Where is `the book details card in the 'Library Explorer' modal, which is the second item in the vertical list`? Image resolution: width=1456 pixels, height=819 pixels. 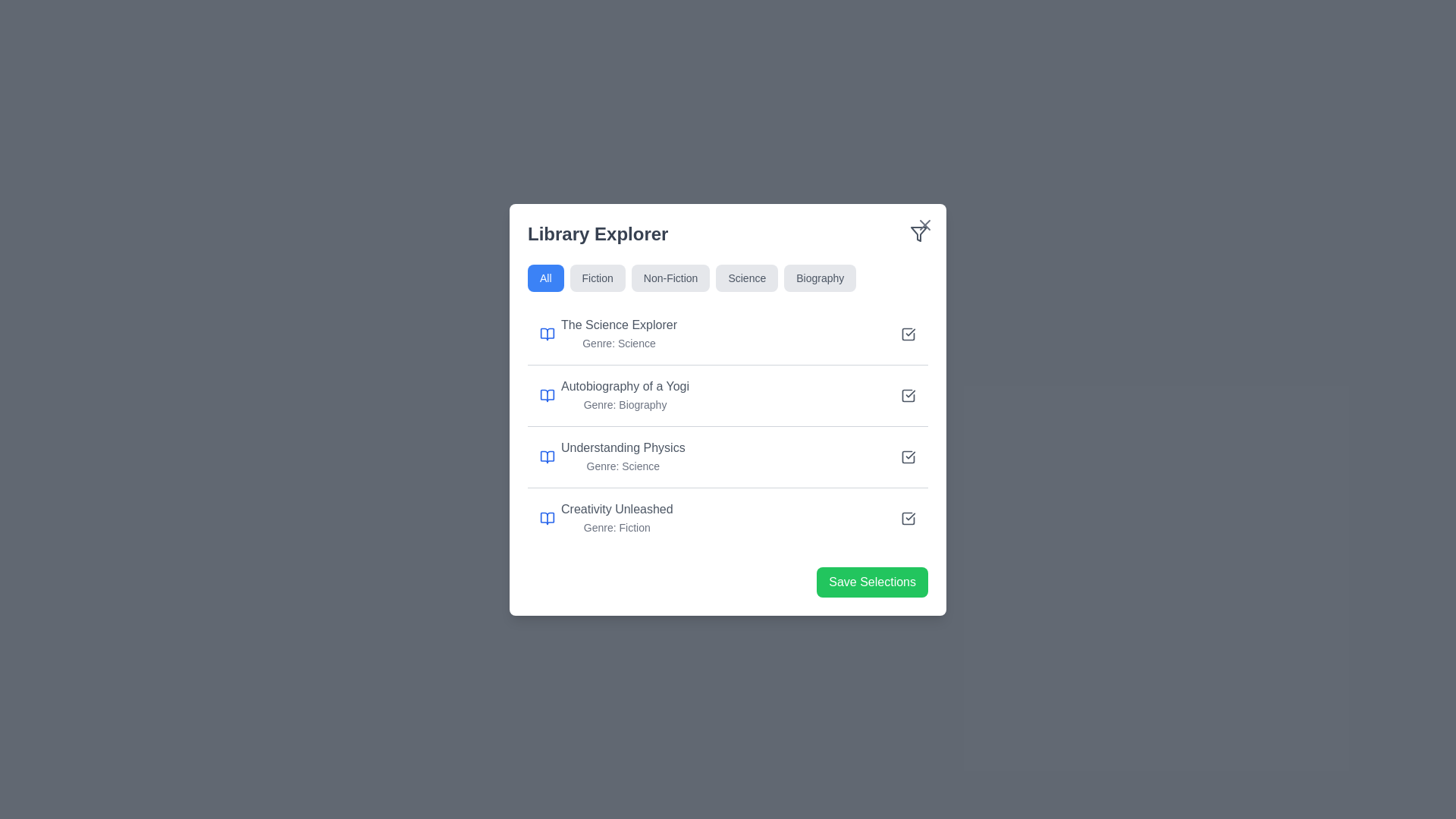 the book details card in the 'Library Explorer' modal, which is the second item in the vertical list is located at coordinates (728, 406).